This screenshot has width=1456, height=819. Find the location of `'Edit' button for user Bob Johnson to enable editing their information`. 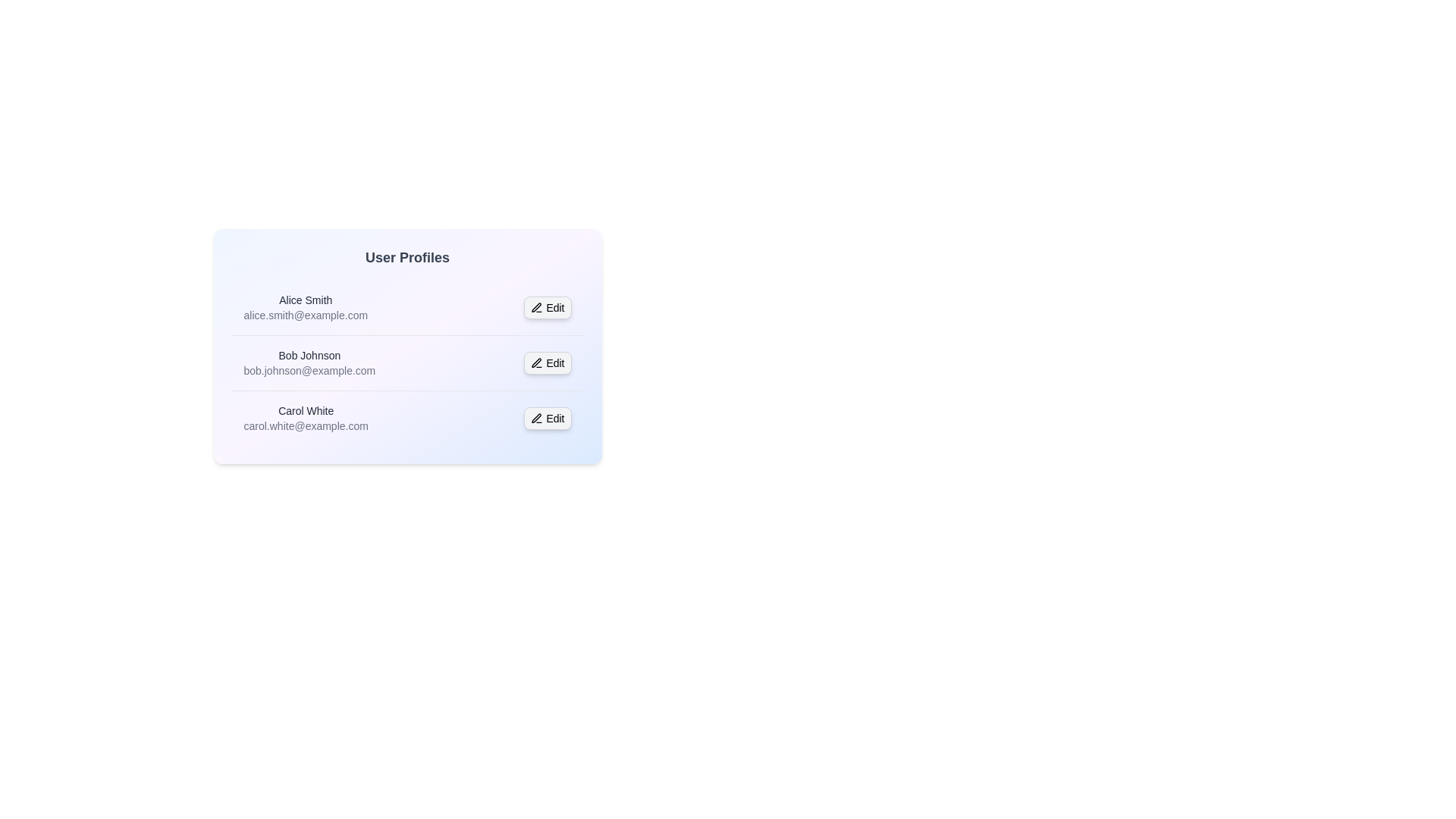

'Edit' button for user Bob Johnson to enable editing their information is located at coordinates (547, 362).